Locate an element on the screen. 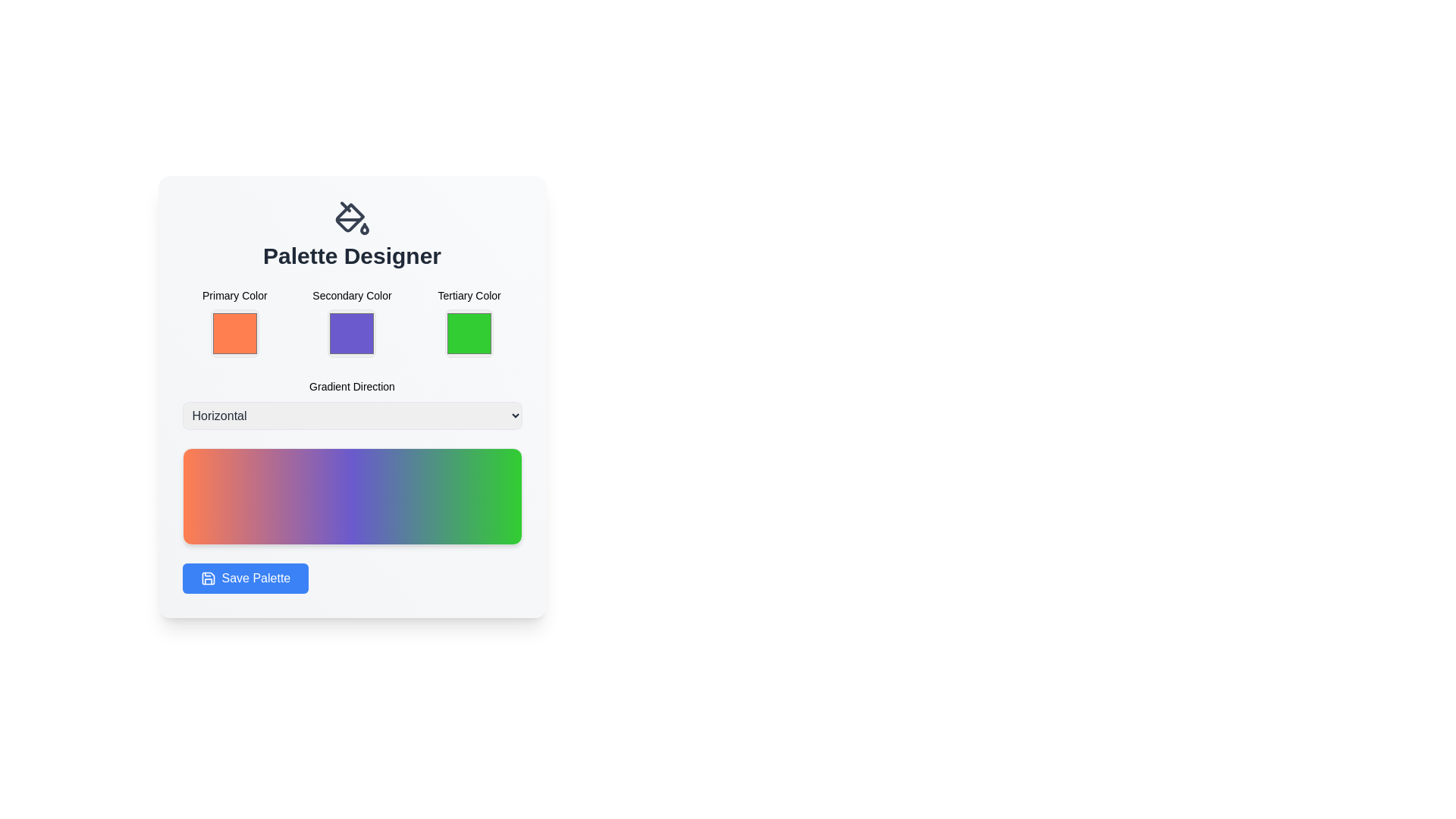 Image resolution: width=1456 pixels, height=819 pixels. the Interactive color selection block representing the 'Secondary Color' in the color palette configuration task is located at coordinates (351, 323).